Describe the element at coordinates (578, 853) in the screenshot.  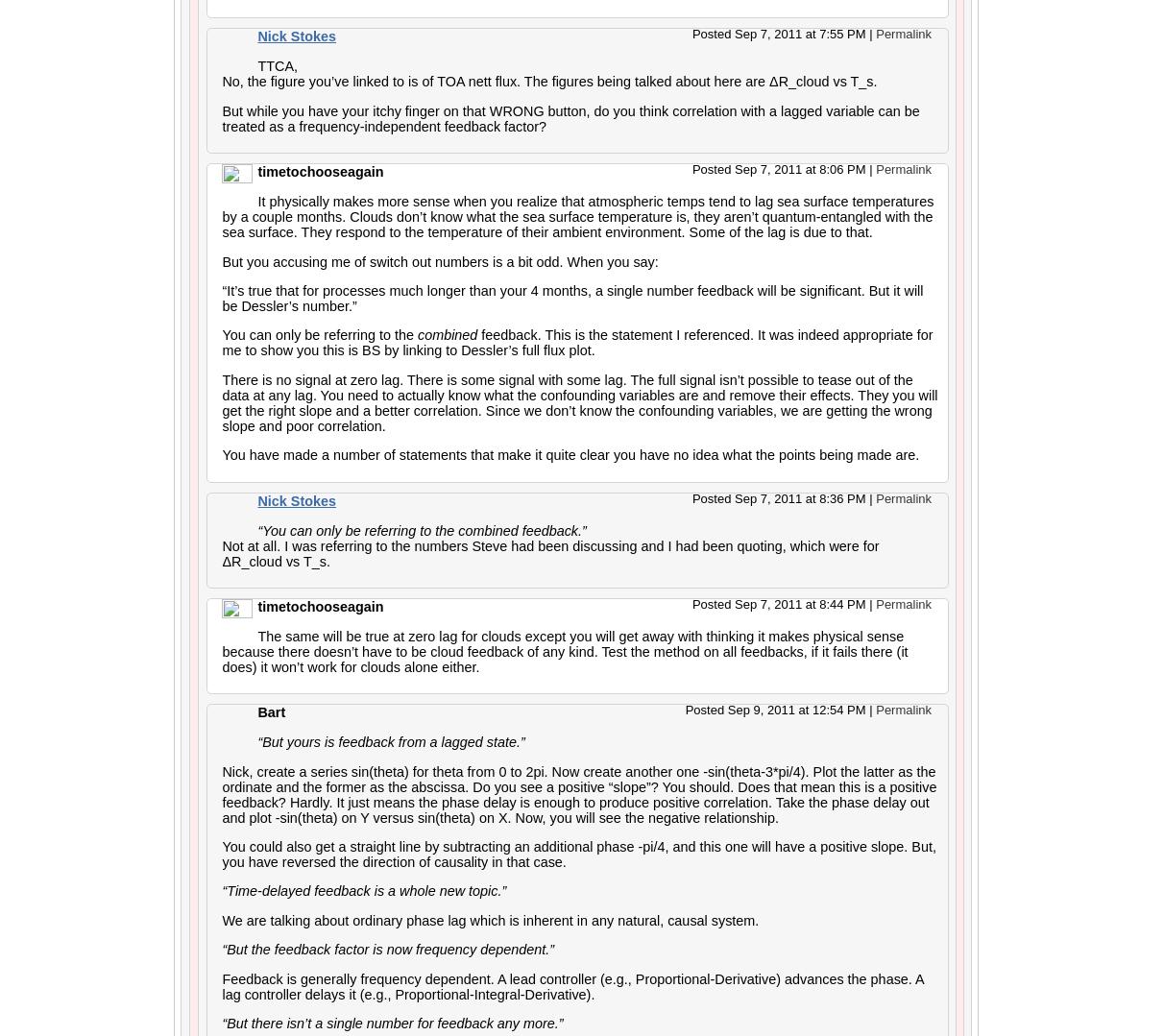
I see `'You could also get a straight line by subtracting an additional phase -pi/4, and this one will have a positive slope. But, you have reversed the direction of causality in that case.'` at that location.